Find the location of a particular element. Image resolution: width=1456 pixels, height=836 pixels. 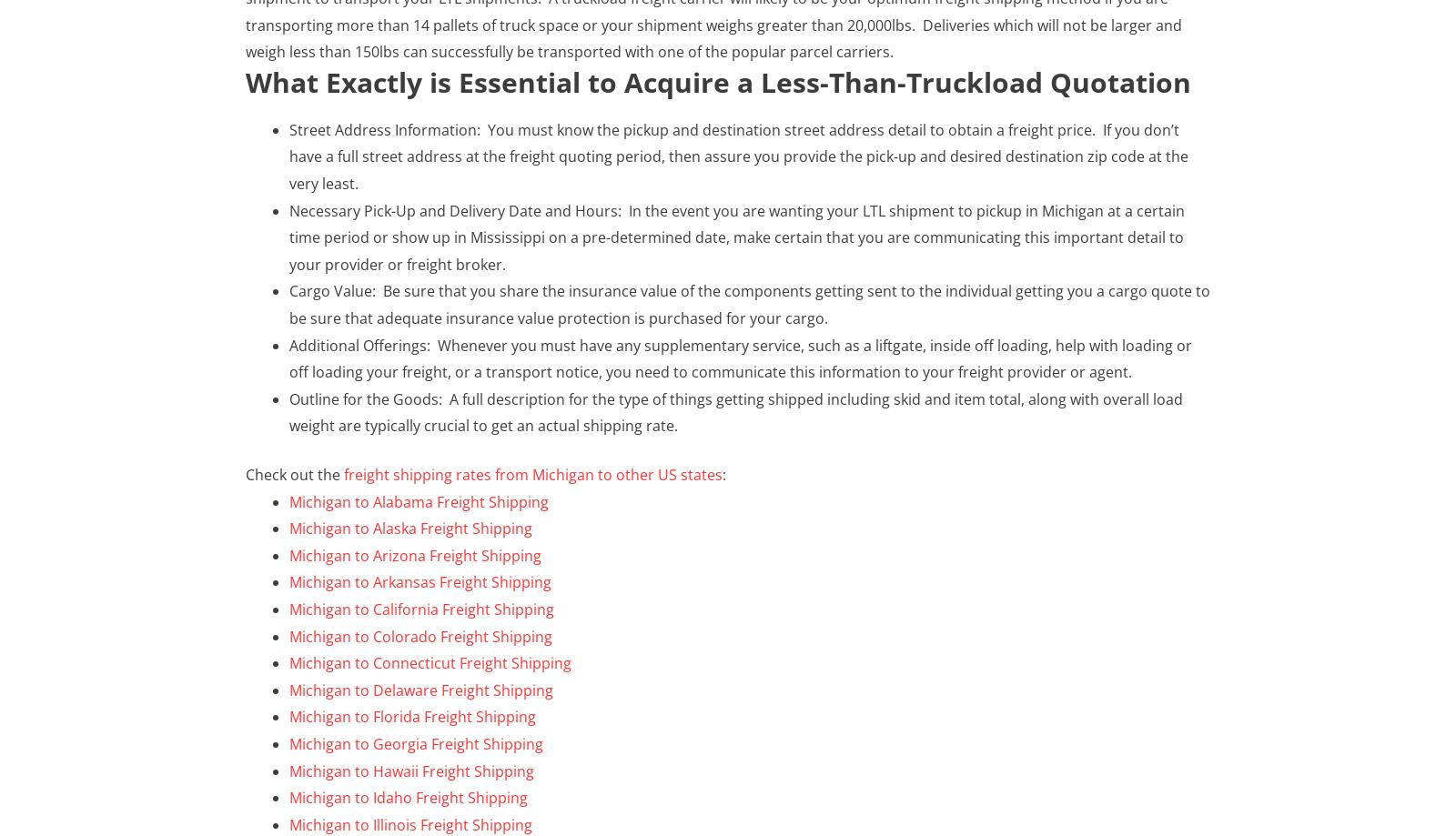

'Check out the' is located at coordinates (246, 473).